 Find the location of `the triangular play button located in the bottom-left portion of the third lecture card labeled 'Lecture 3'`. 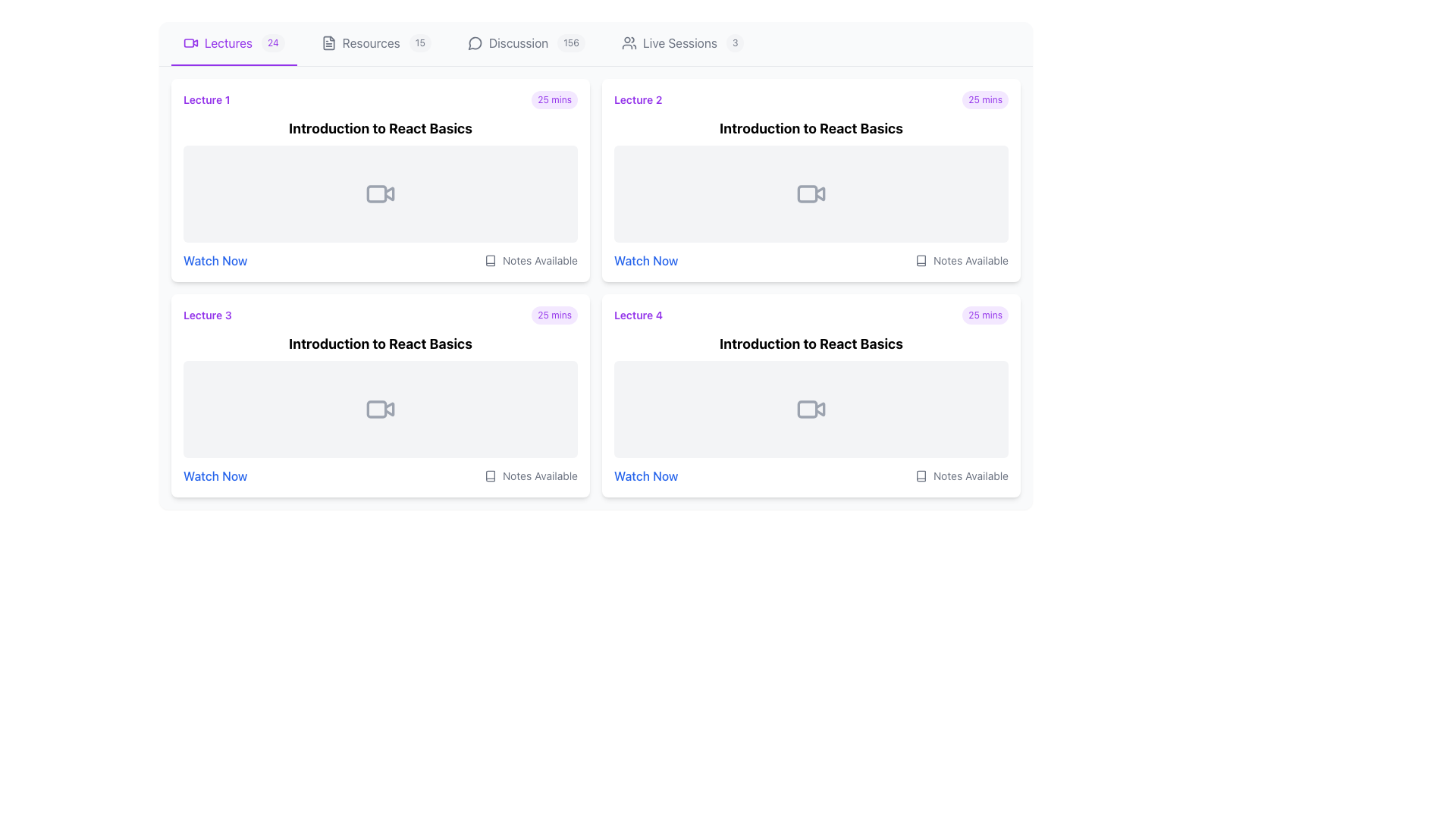

the triangular play button located in the bottom-left portion of the third lecture card labeled 'Lecture 3' is located at coordinates (389, 409).